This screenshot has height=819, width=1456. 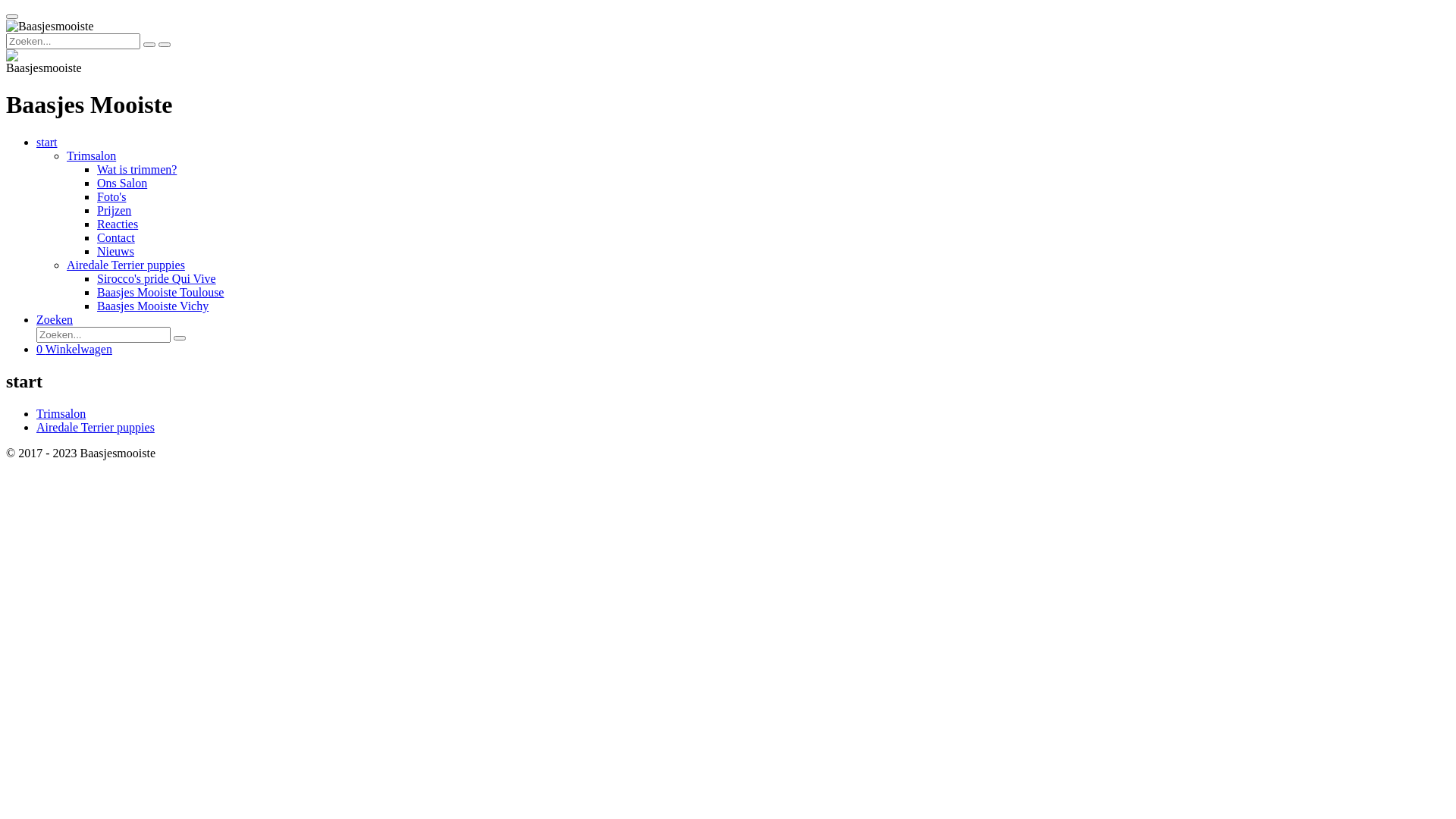 I want to click on '0 Winkelwagen', so click(x=73, y=349).